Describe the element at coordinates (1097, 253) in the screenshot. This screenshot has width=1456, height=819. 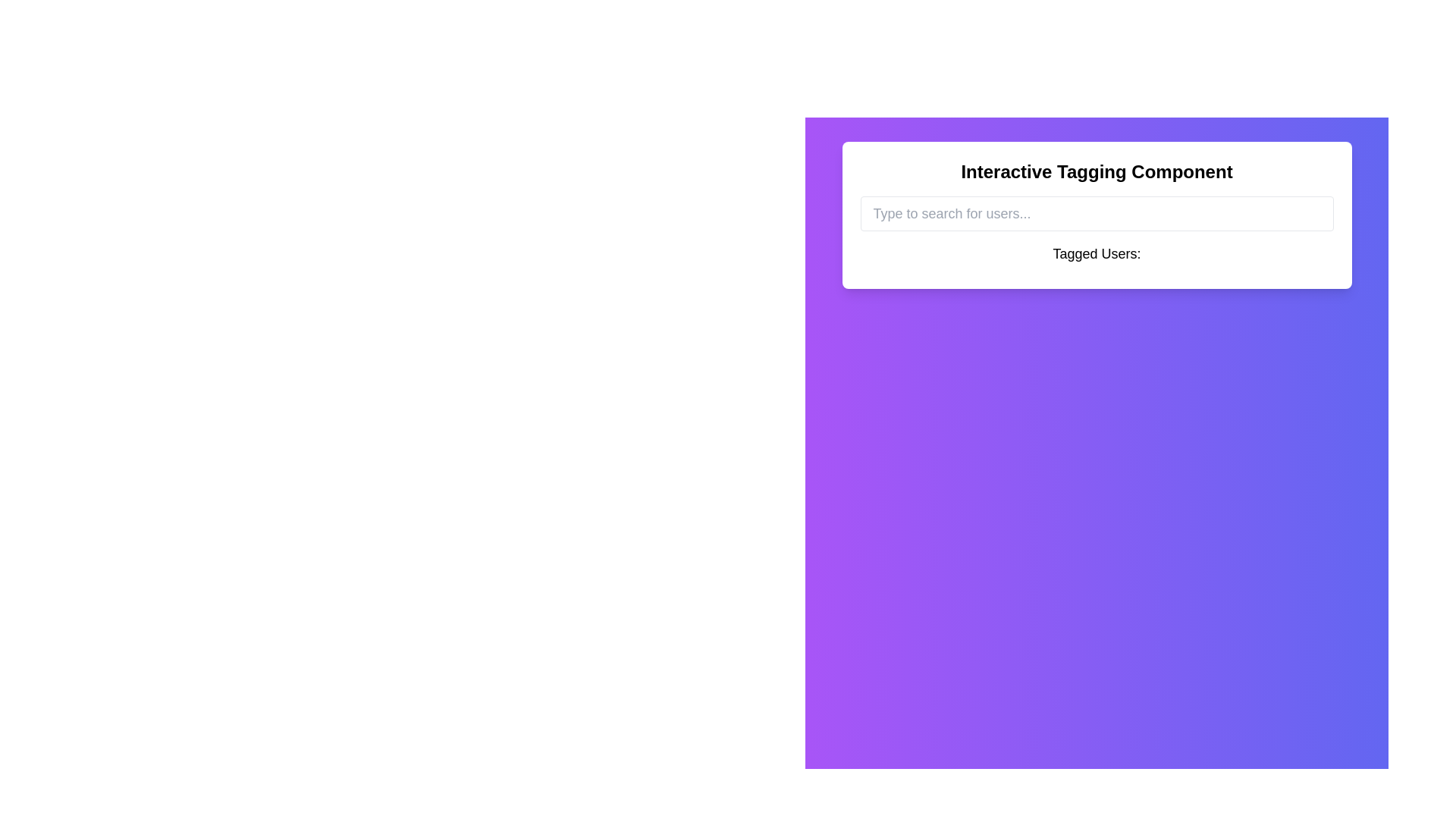
I see `the text label displaying 'Tagged Users:', which is centrally aligned below the 'Type to search for users...' input field` at that location.